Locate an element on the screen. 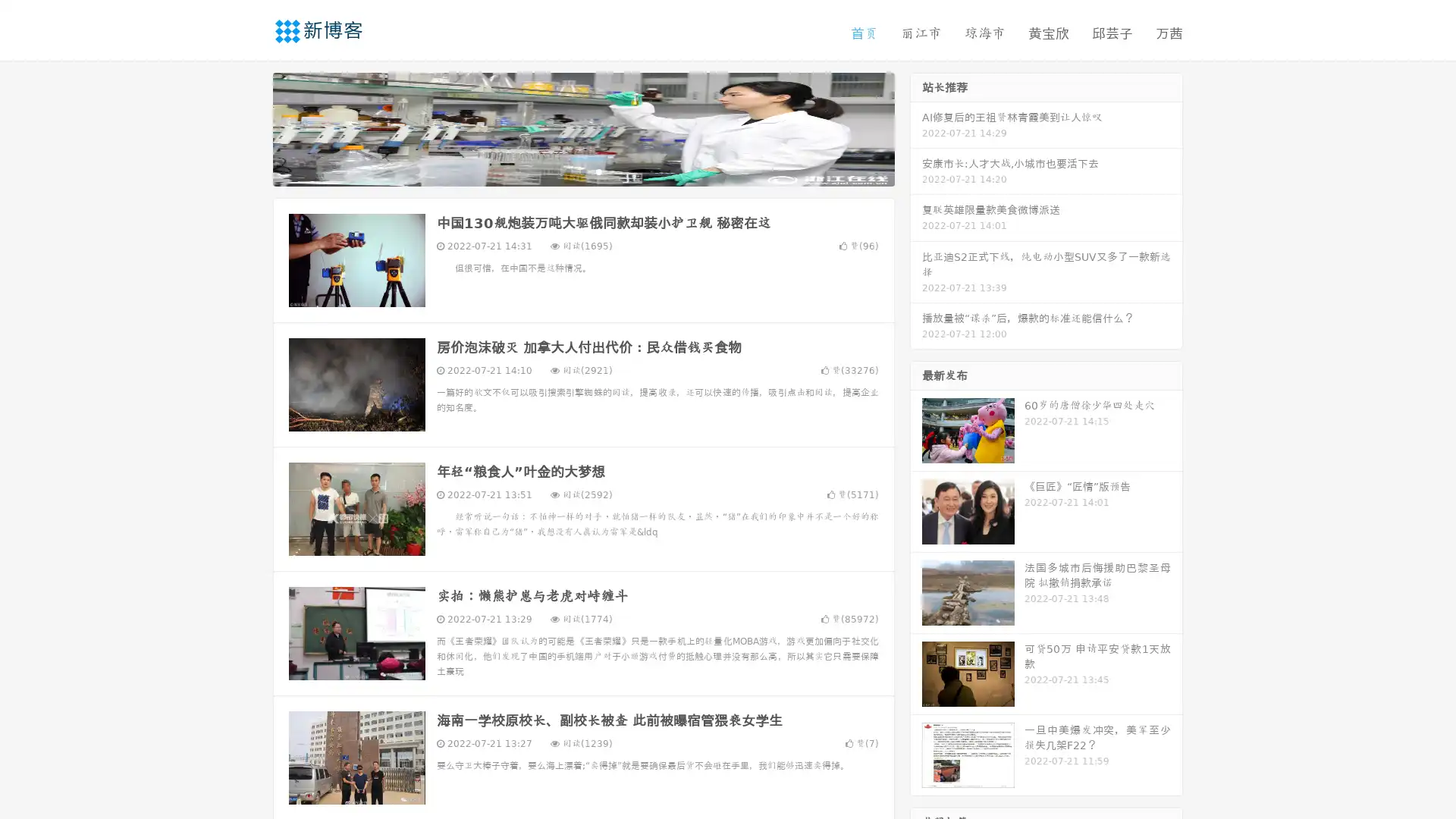  Go to slide 2 is located at coordinates (582, 171).